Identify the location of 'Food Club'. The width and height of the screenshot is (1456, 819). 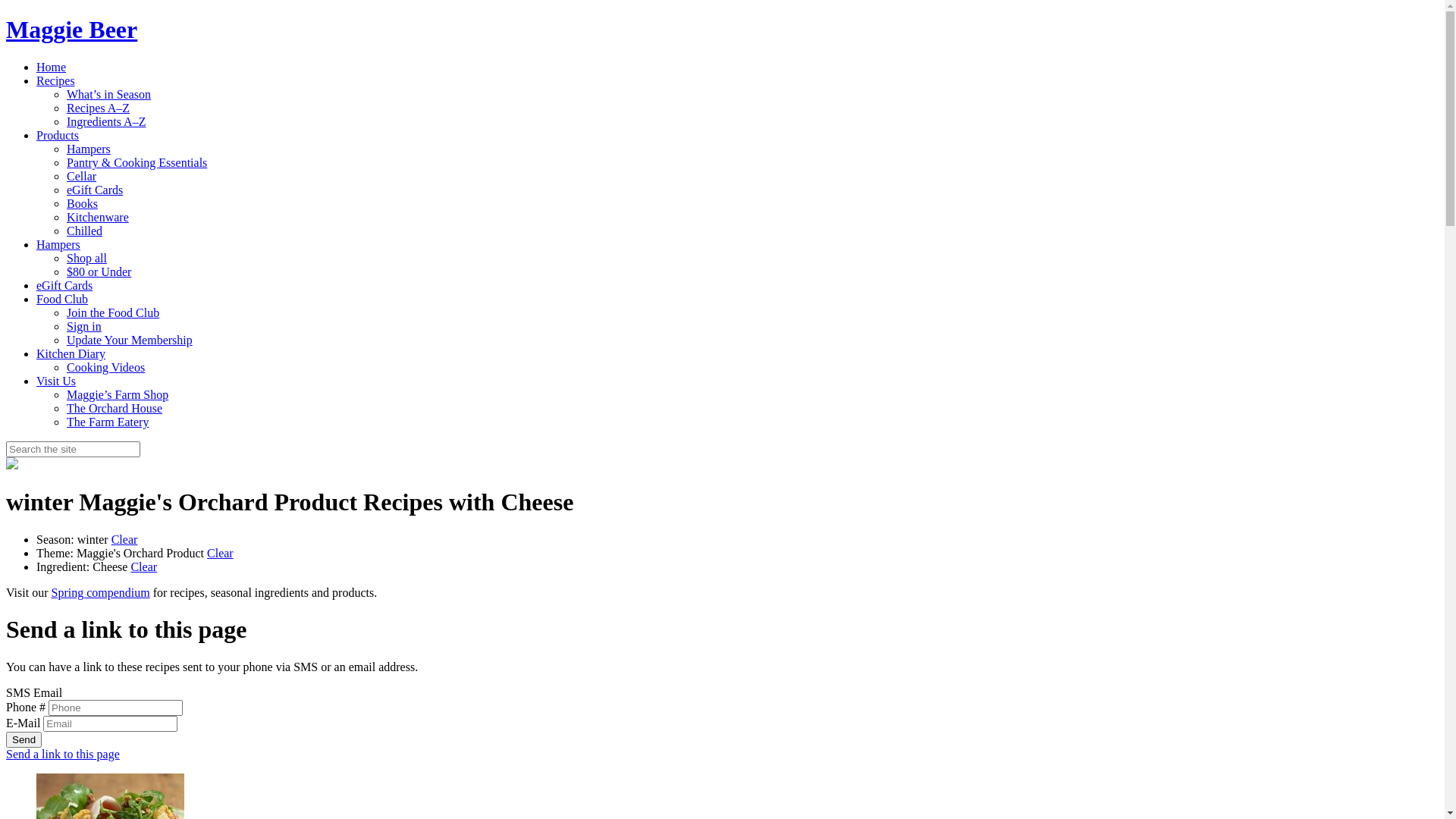
(61, 299).